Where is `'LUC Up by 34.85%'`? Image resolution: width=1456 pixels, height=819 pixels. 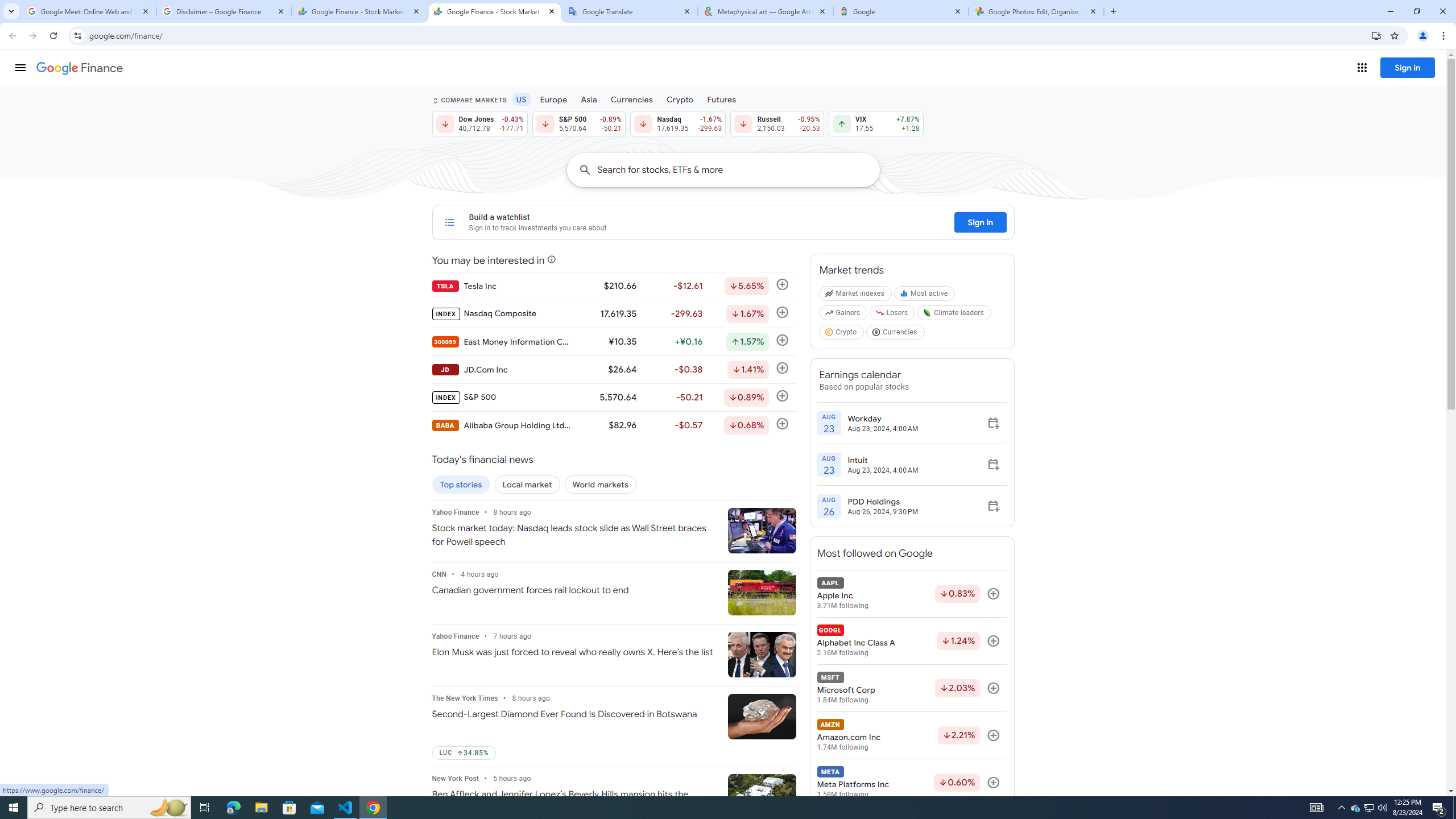 'LUC Up by 34.85%' is located at coordinates (464, 753).